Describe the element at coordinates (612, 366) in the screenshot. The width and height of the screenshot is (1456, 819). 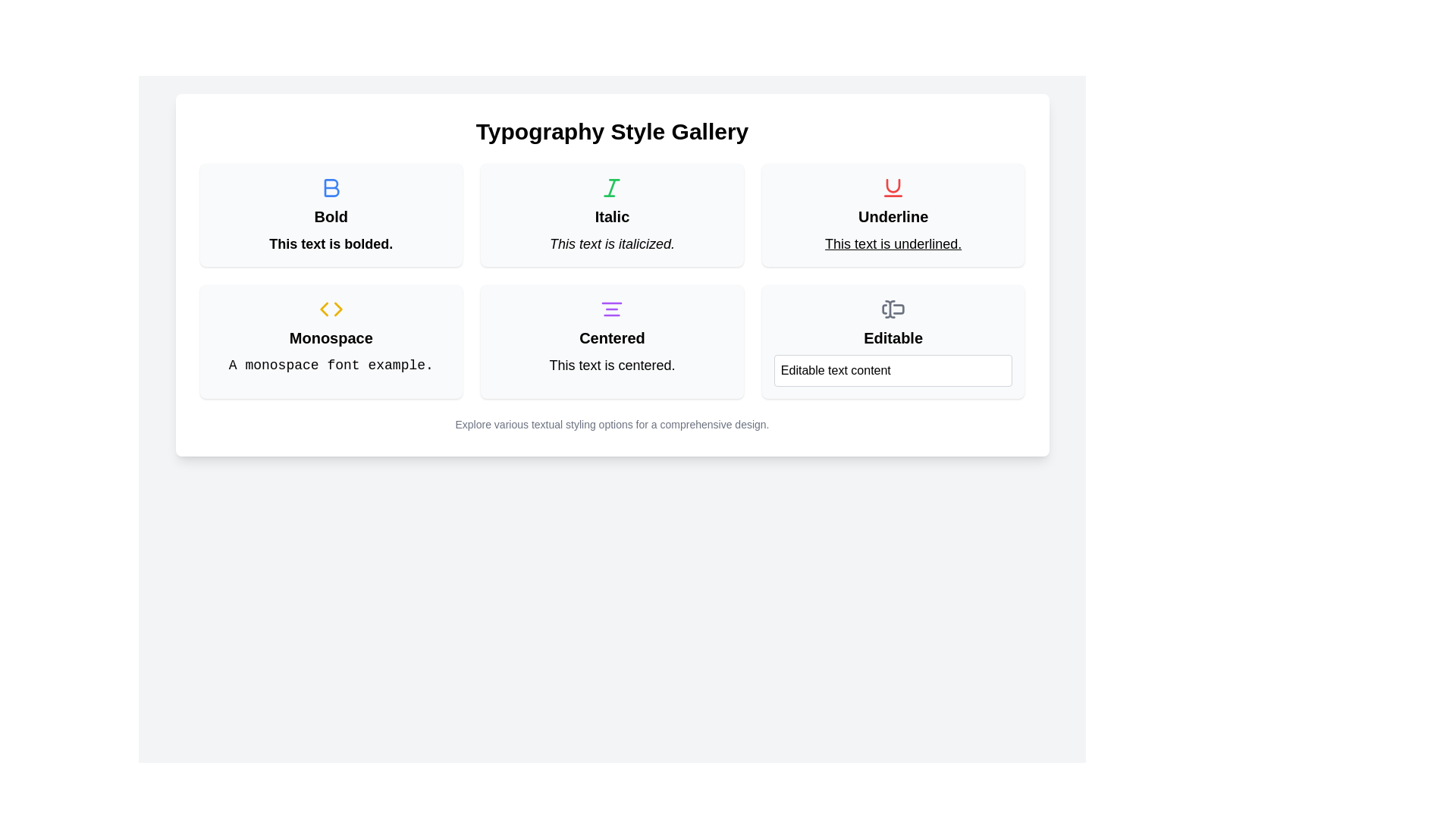
I see `the static text element that demonstrates centered text alignment within the 'Centered' module, located in the grid below the heading 'Centered'` at that location.